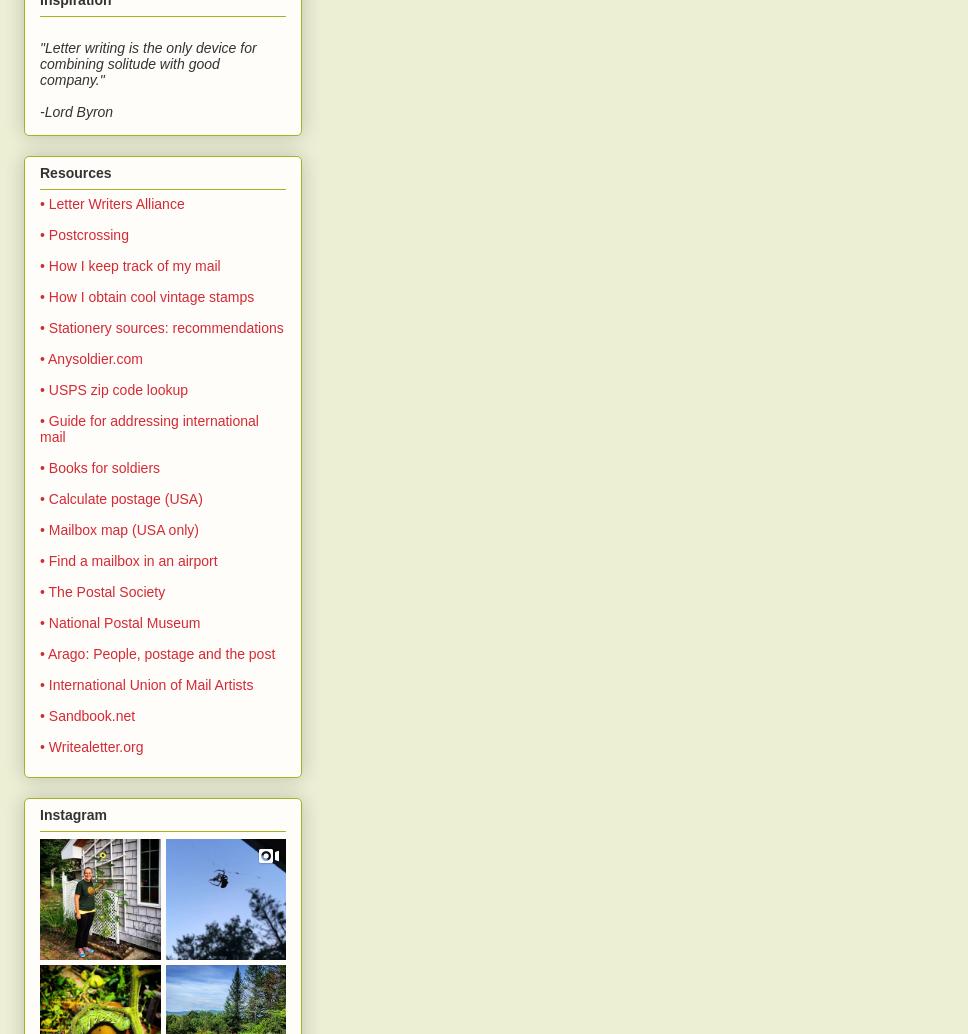 Image resolution: width=968 pixels, height=1034 pixels. I want to click on '• How I obtain cool vintage stamps', so click(146, 295).